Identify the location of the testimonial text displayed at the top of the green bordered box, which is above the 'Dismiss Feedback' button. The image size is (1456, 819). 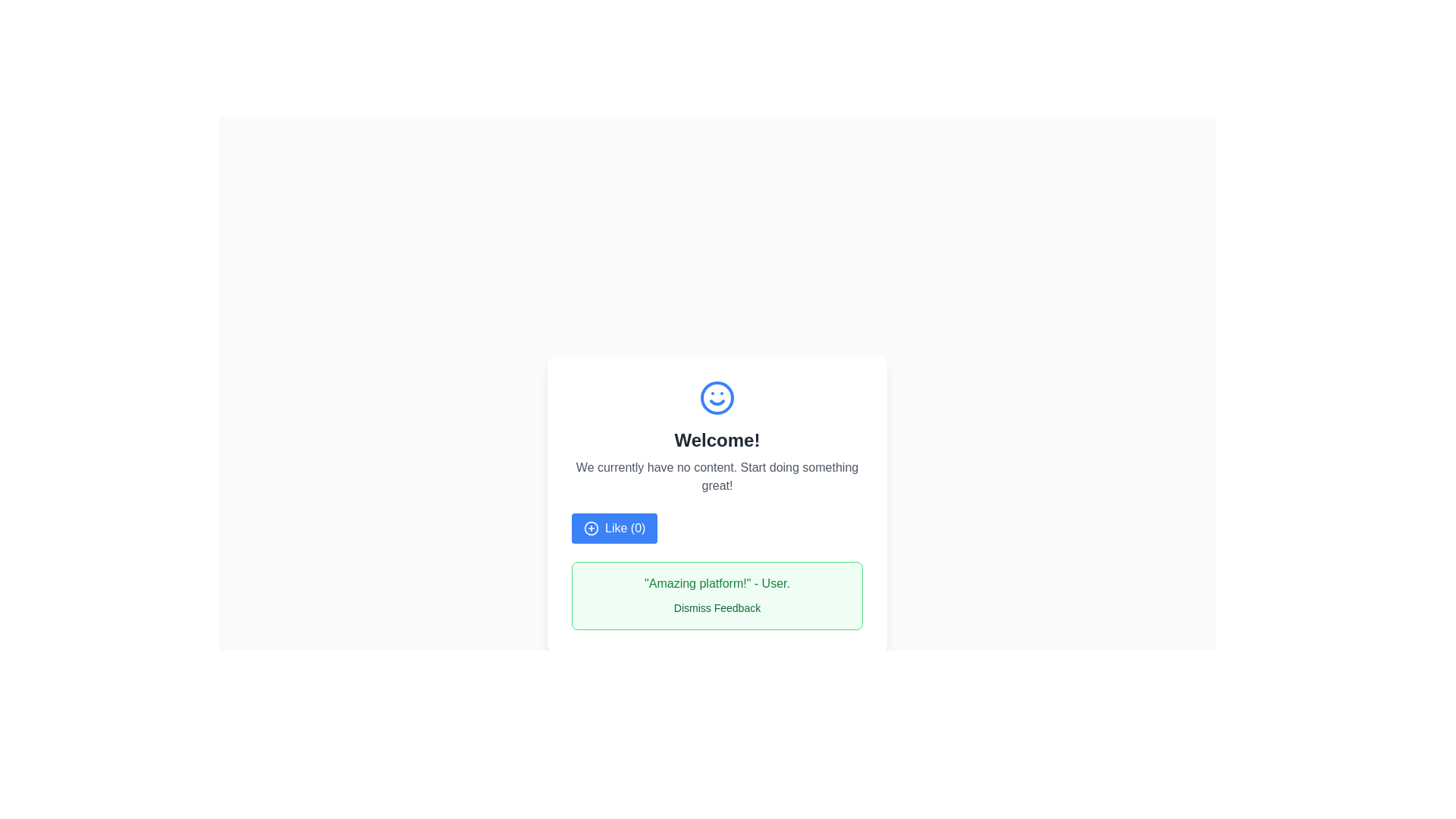
(716, 583).